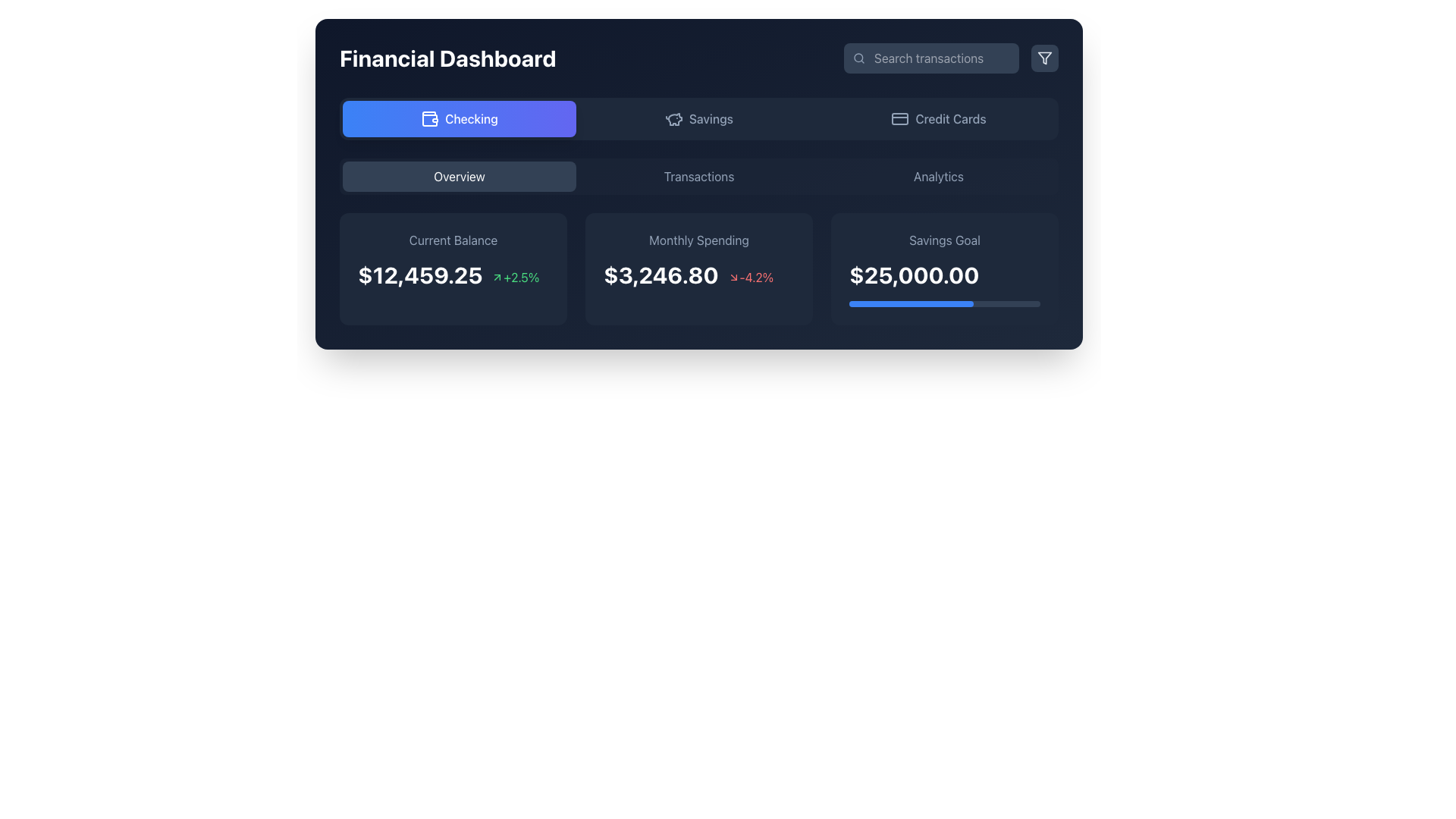 The width and height of the screenshot is (1456, 819). What do you see at coordinates (698, 268) in the screenshot?
I see `the middle text block displaying 'Monthly Spending'` at bounding box center [698, 268].